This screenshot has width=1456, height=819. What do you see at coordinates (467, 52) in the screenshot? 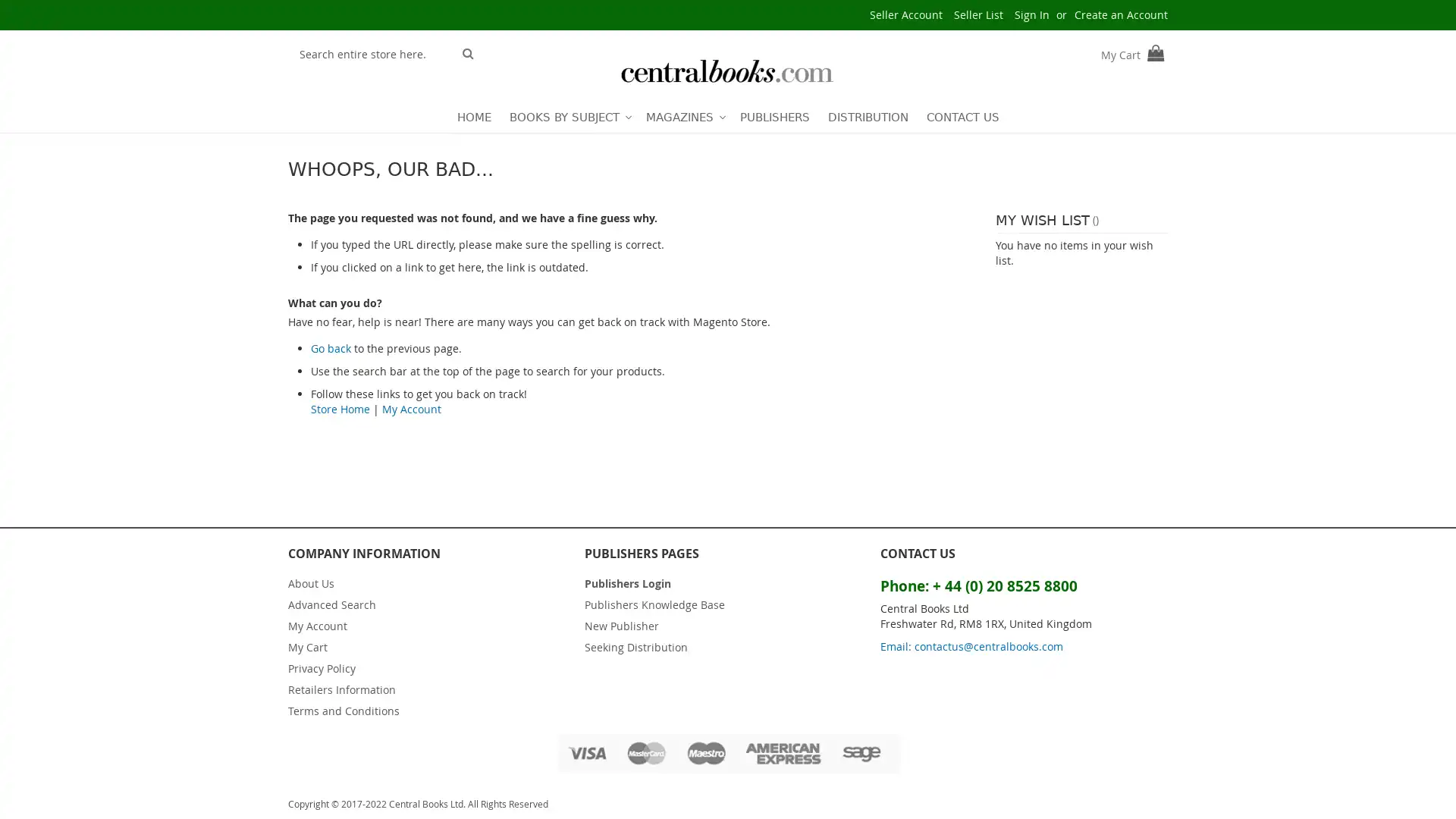
I see `Search` at bounding box center [467, 52].